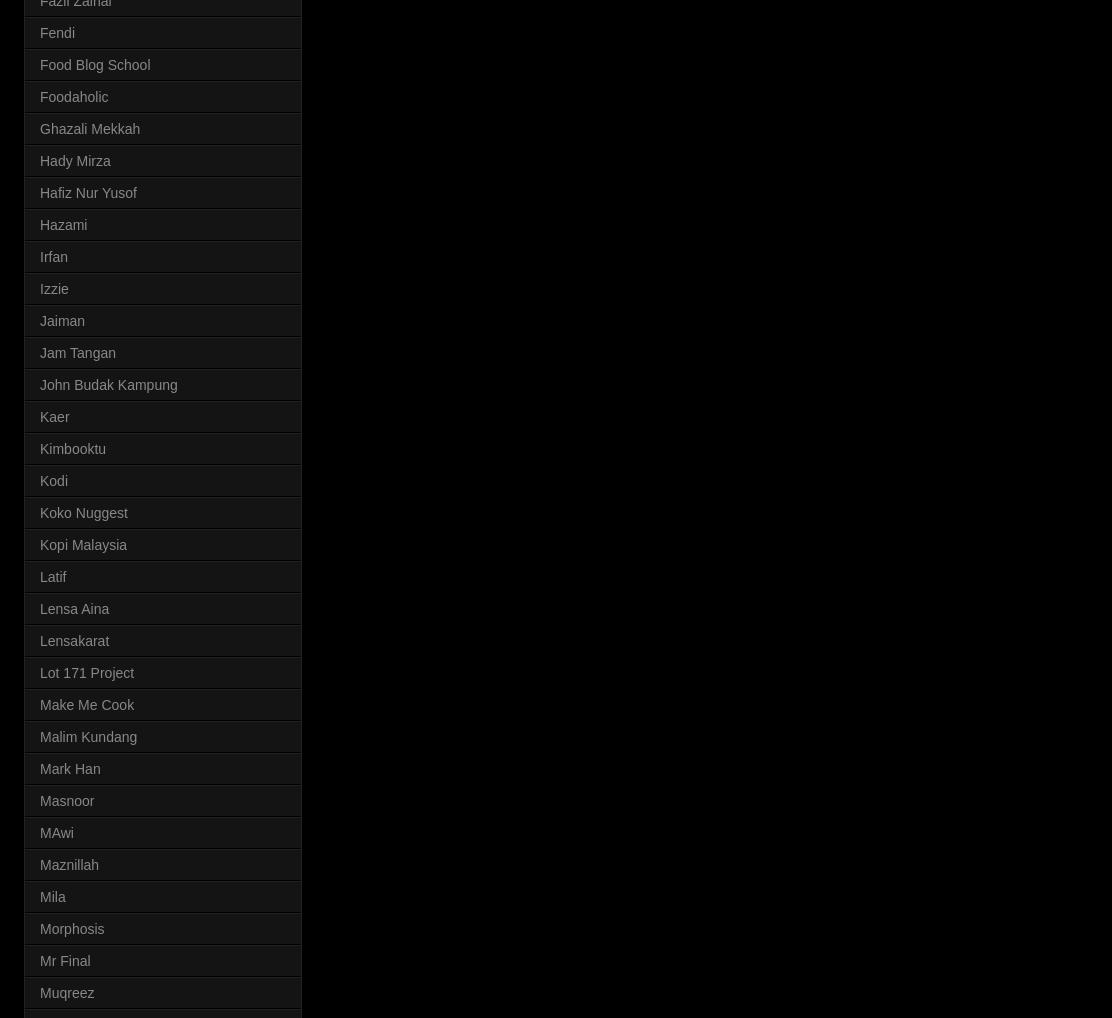  I want to click on 'Fendi', so click(57, 30).